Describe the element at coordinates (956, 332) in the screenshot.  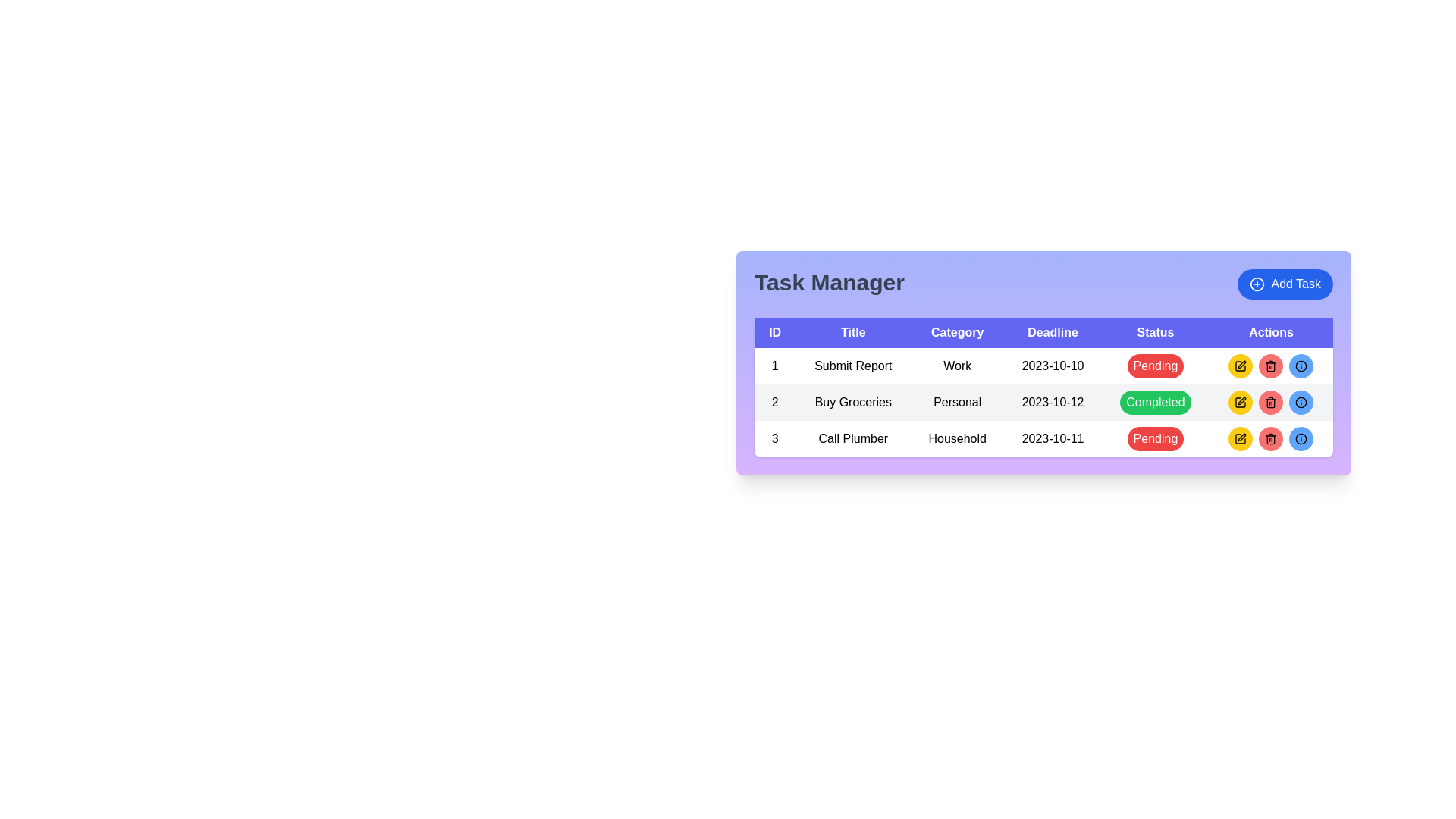
I see `the header label indicating the category attribute in the third position of the table's header` at that location.